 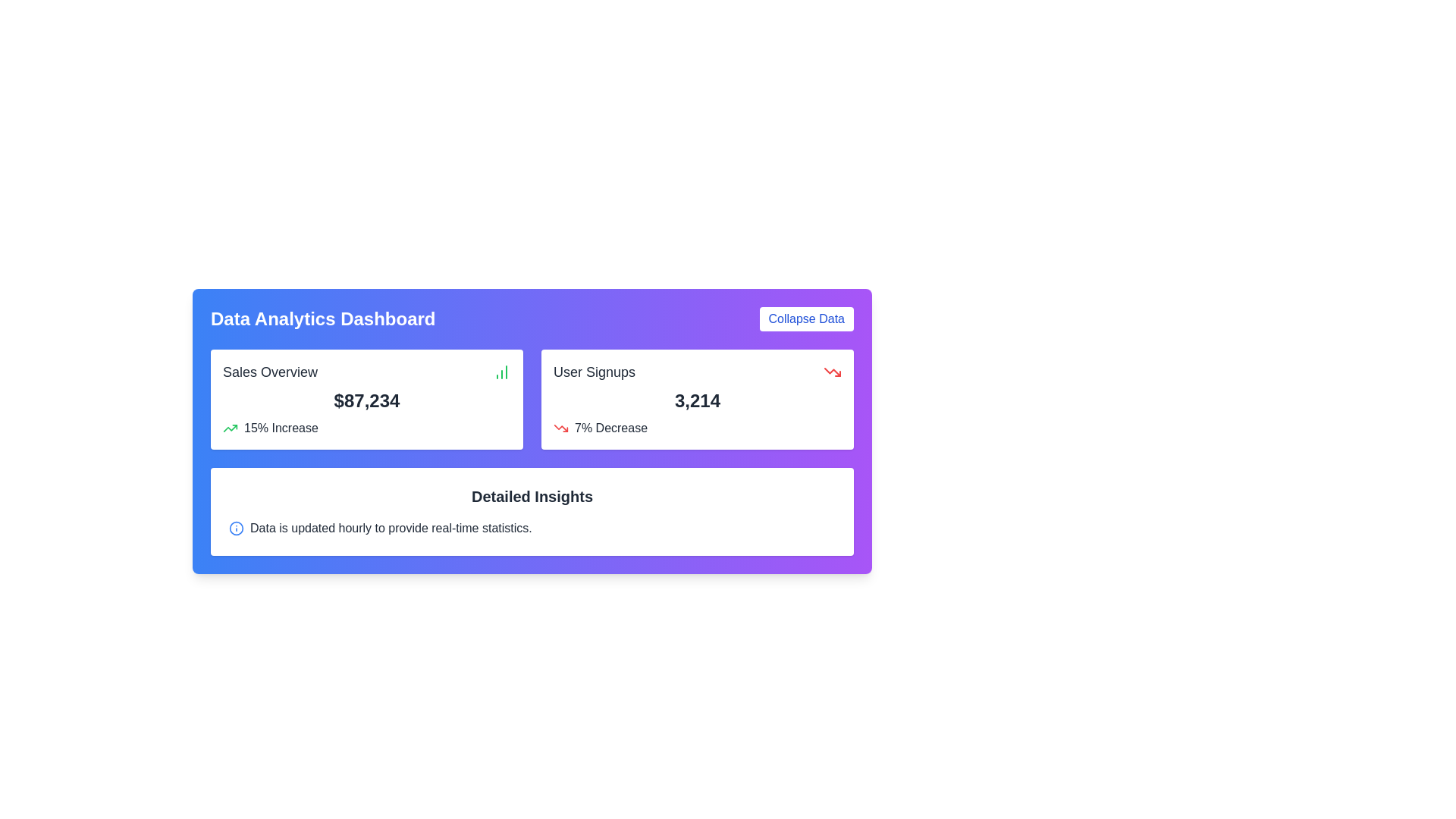 What do you see at coordinates (593, 372) in the screenshot?
I see `text from the 'User Signups' label, which is prominently displayed in bold at the top of its card on the right side of the dashboard` at bounding box center [593, 372].